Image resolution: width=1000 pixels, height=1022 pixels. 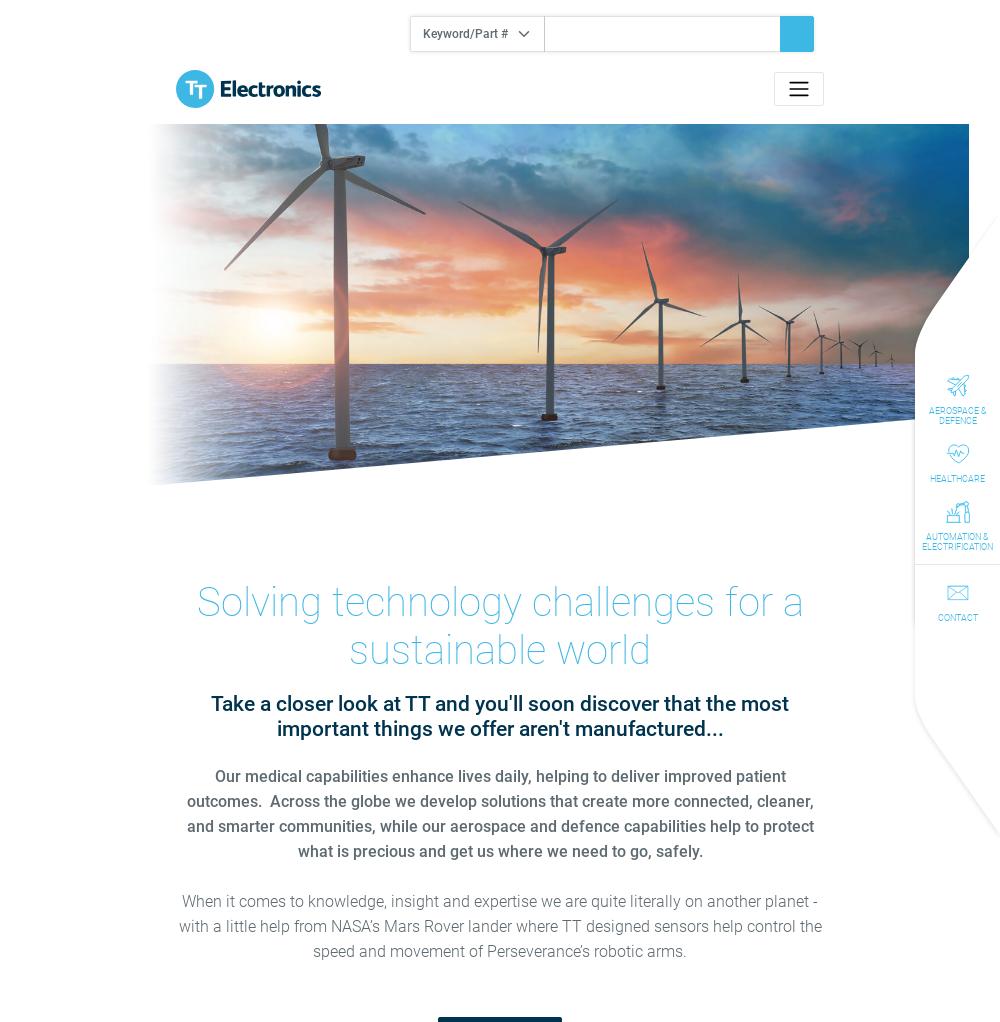 What do you see at coordinates (498, 379) in the screenshot?
I see `'Details'` at bounding box center [498, 379].